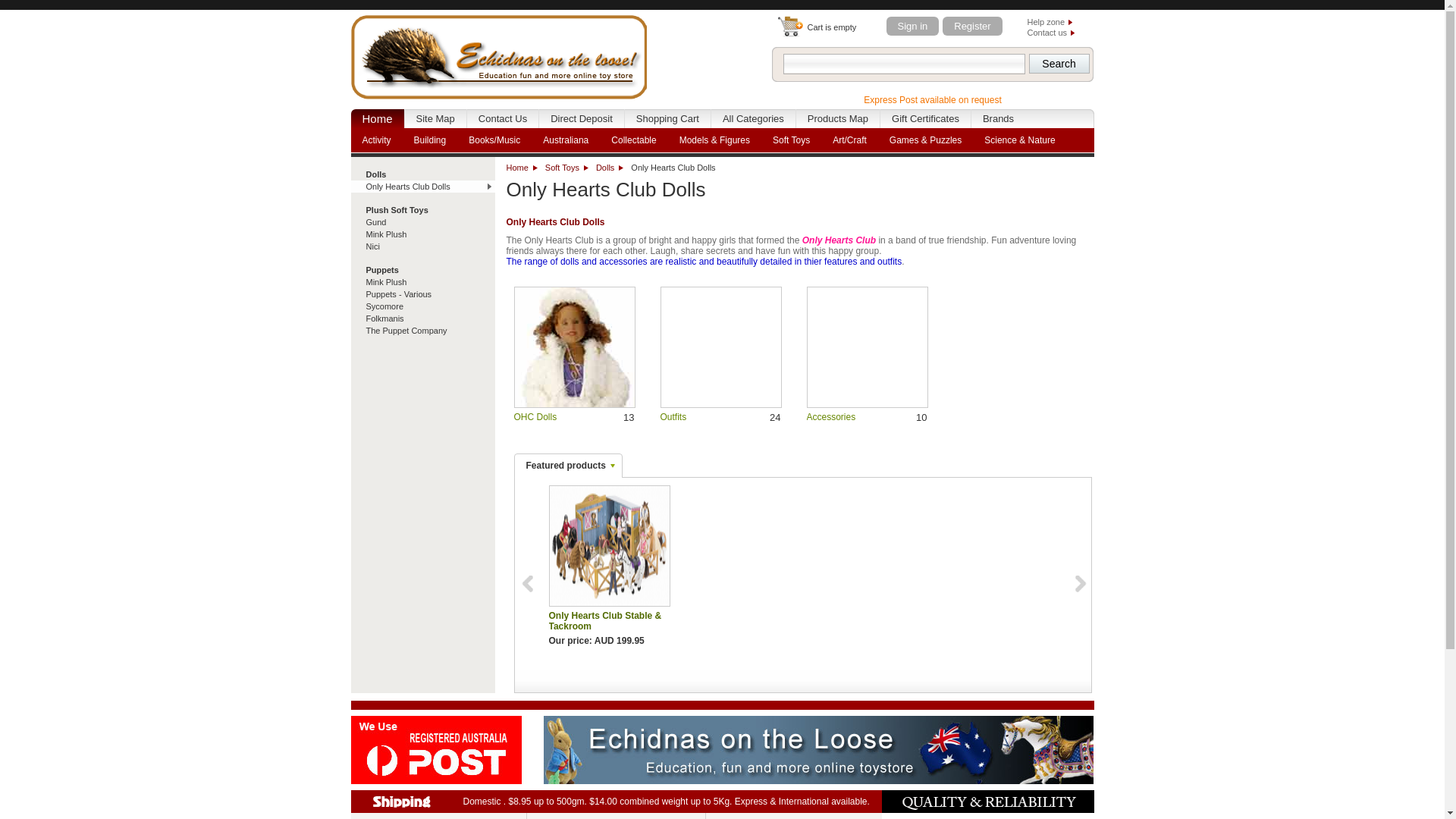  I want to click on 'Register', so click(971, 26).